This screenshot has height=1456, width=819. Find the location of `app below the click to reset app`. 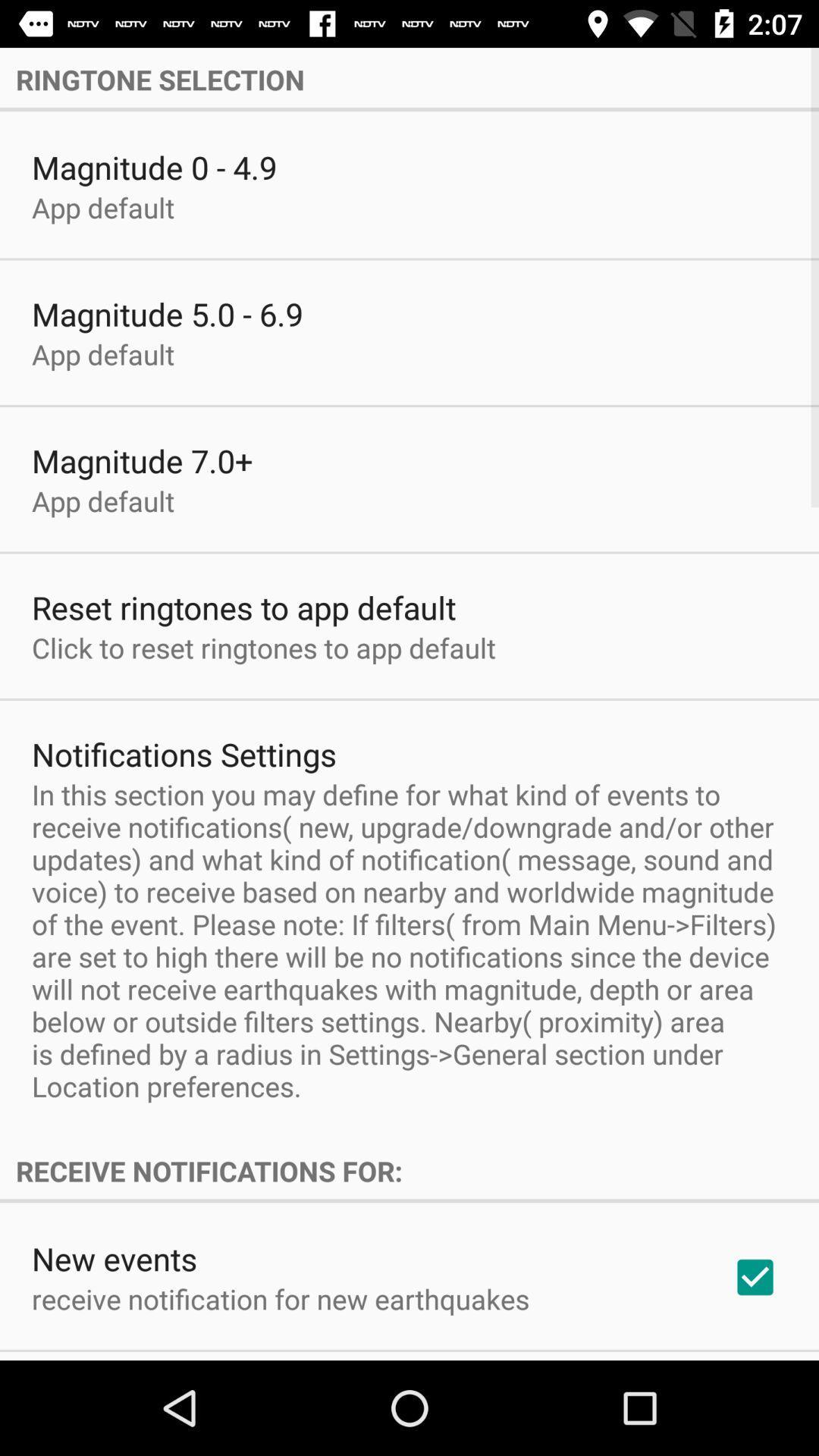

app below the click to reset app is located at coordinates (184, 754).